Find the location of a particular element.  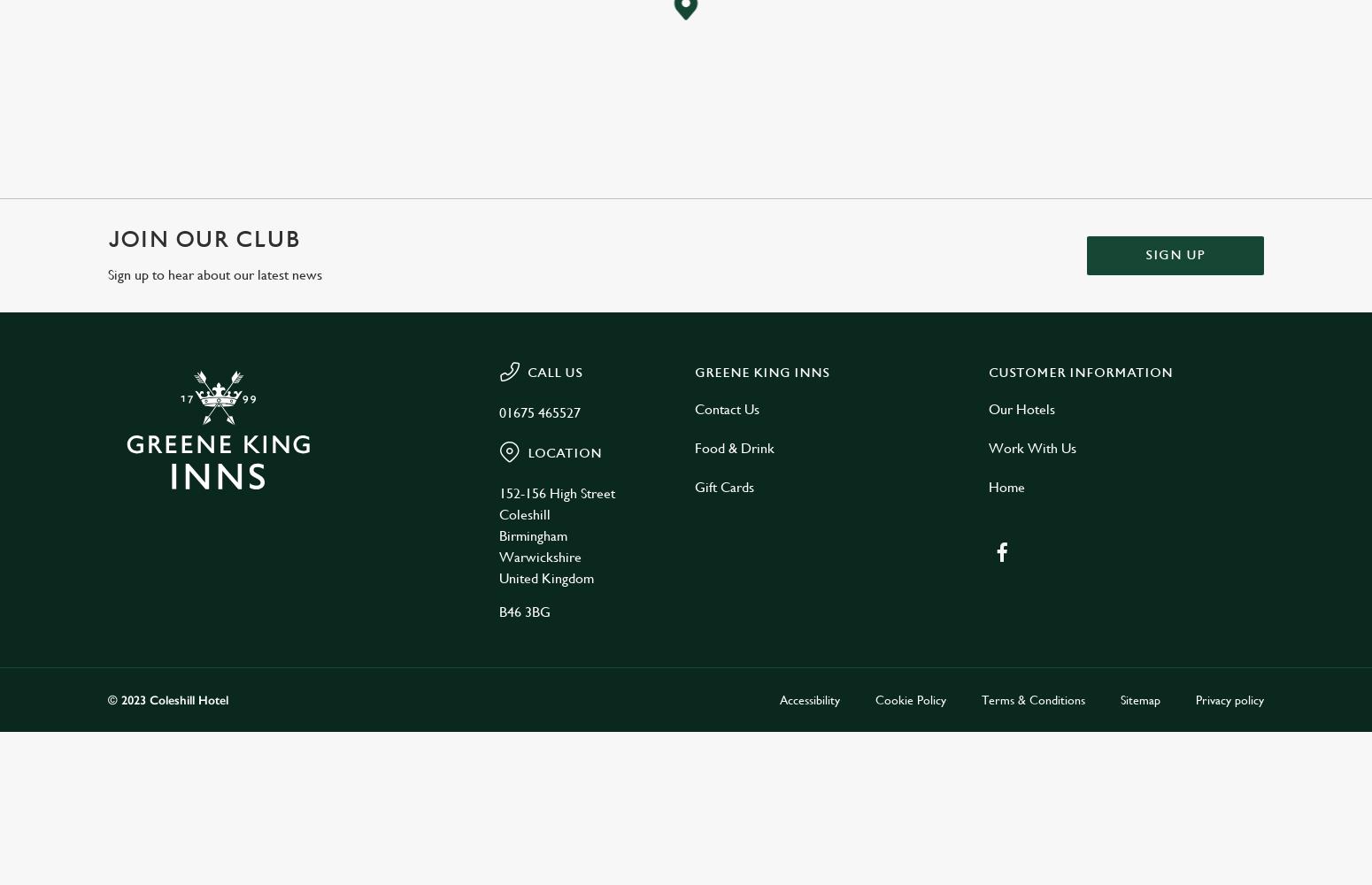

'Sitemap' is located at coordinates (1139, 700).